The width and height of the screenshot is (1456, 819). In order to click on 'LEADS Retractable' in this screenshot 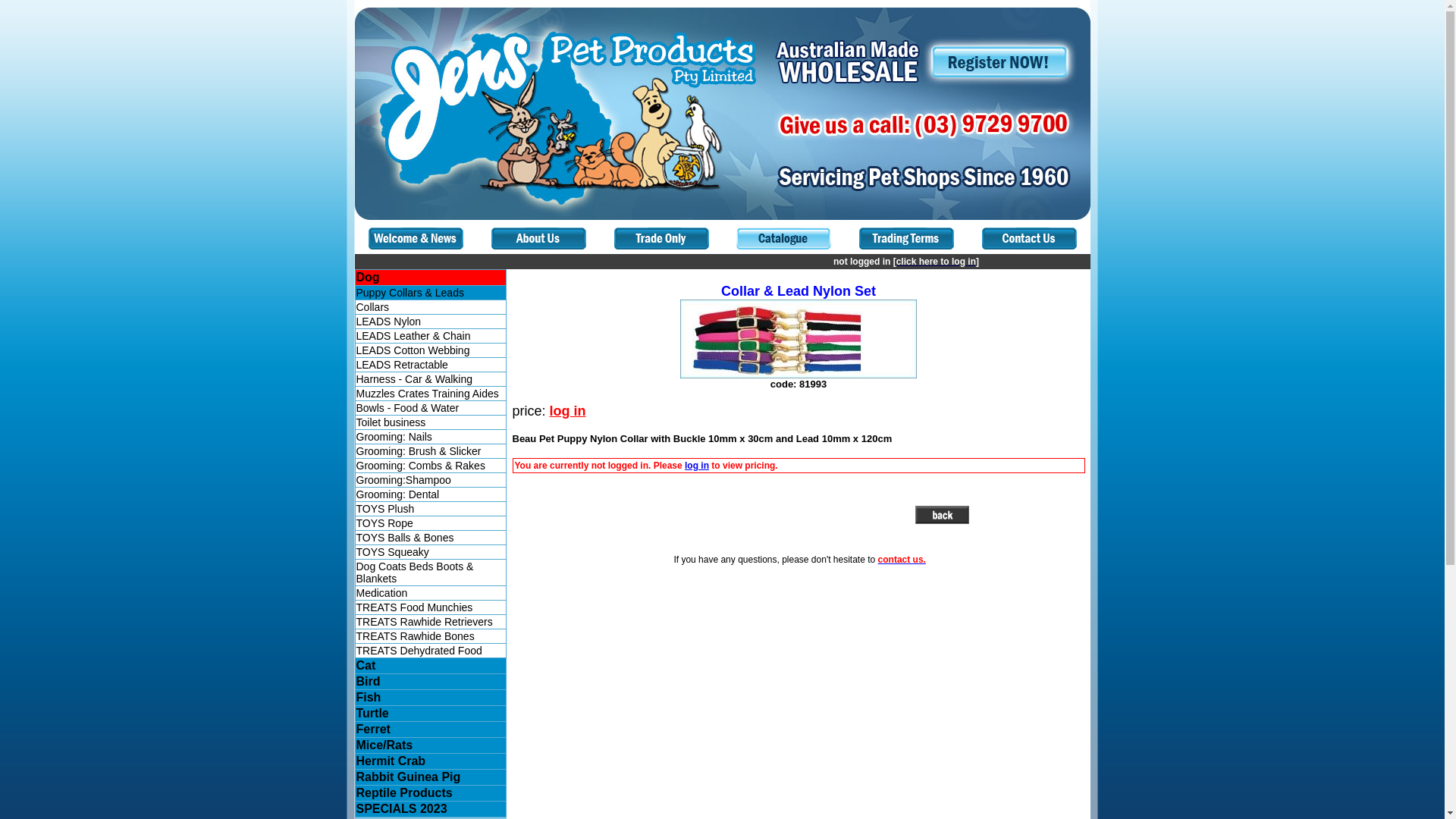, I will do `click(428, 365)`.